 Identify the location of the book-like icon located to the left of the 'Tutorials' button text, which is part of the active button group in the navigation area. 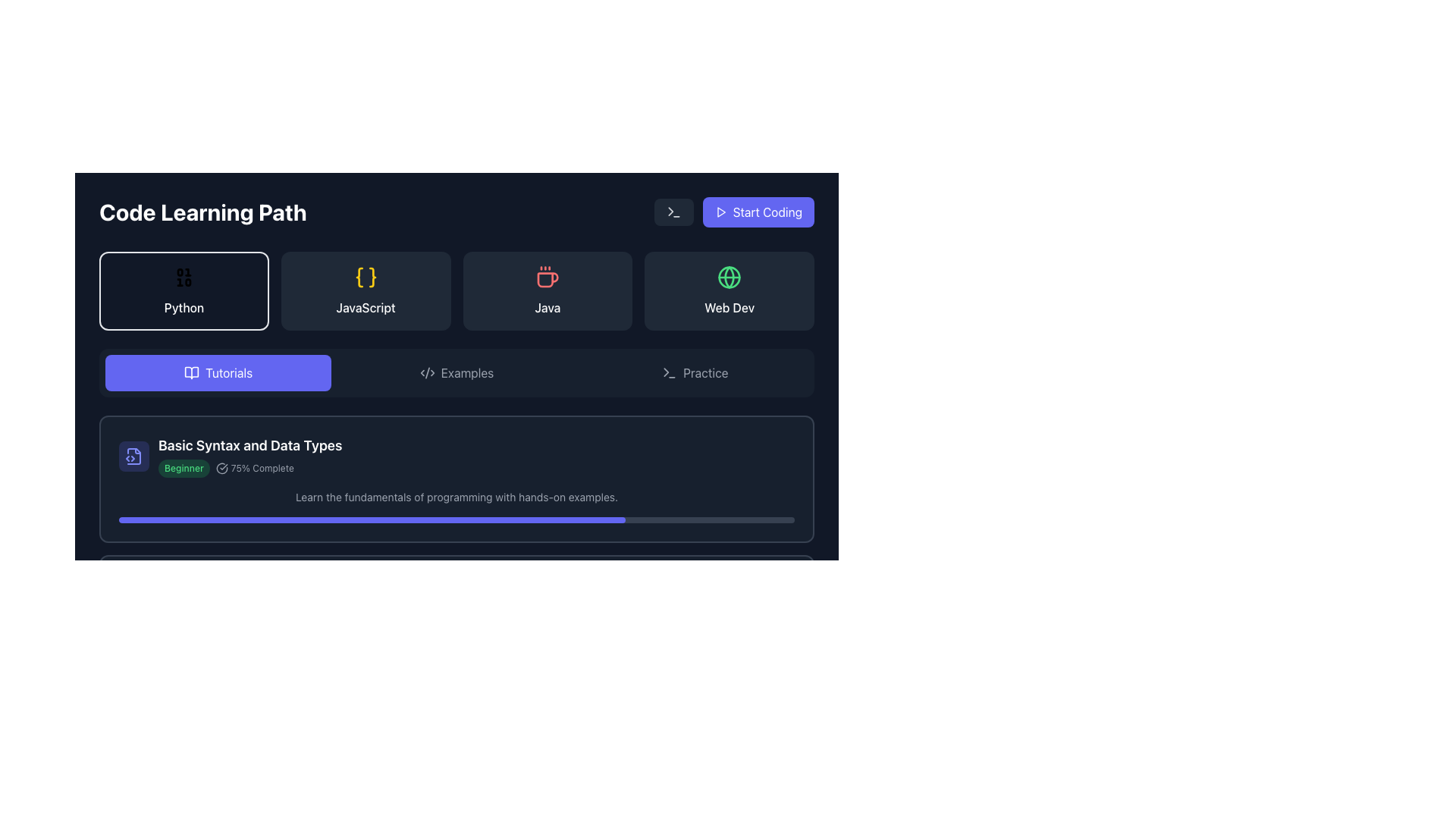
(191, 373).